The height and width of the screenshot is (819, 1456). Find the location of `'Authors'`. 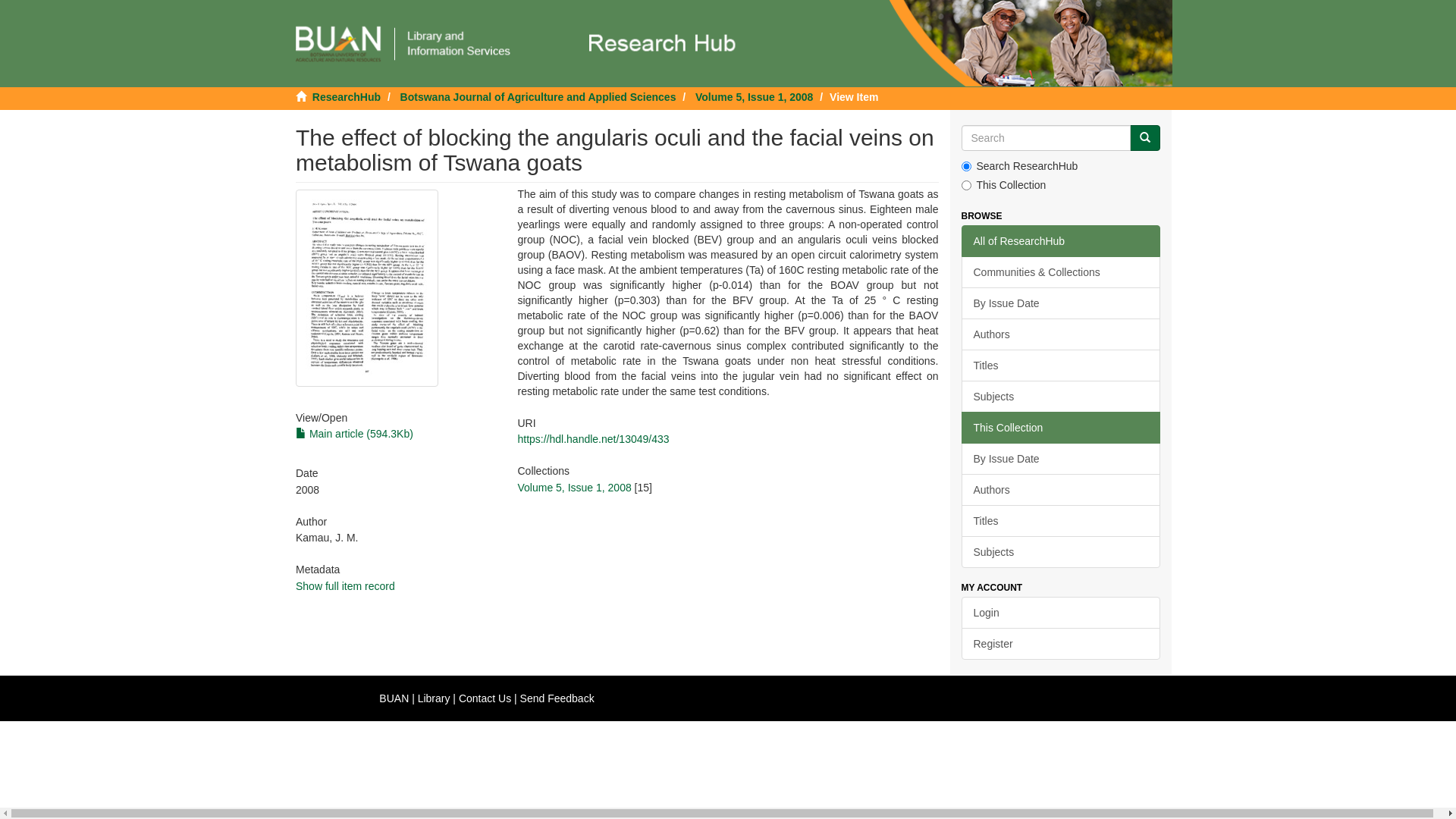

'Authors' is located at coordinates (1060, 489).